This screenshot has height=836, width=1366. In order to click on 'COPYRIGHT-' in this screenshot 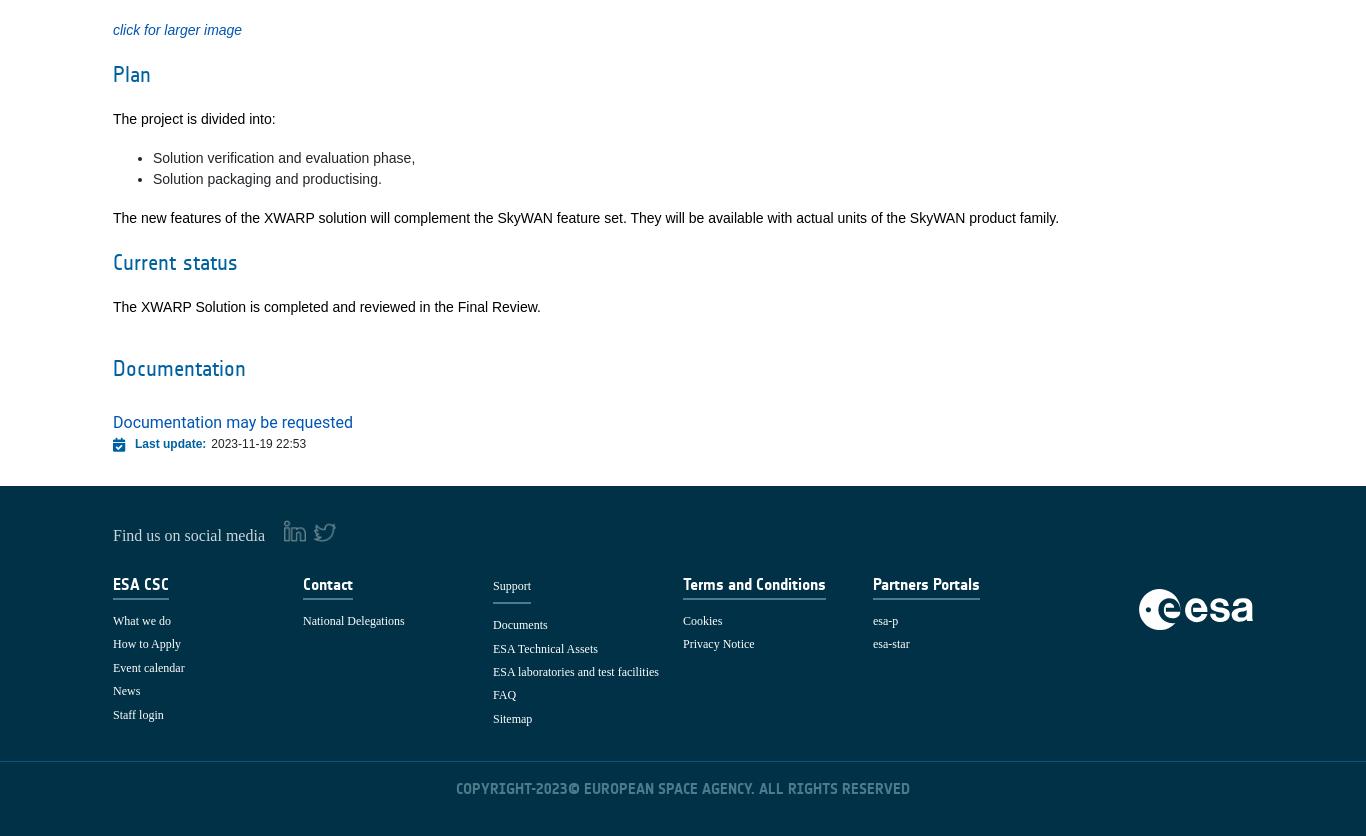, I will do `click(454, 788)`.